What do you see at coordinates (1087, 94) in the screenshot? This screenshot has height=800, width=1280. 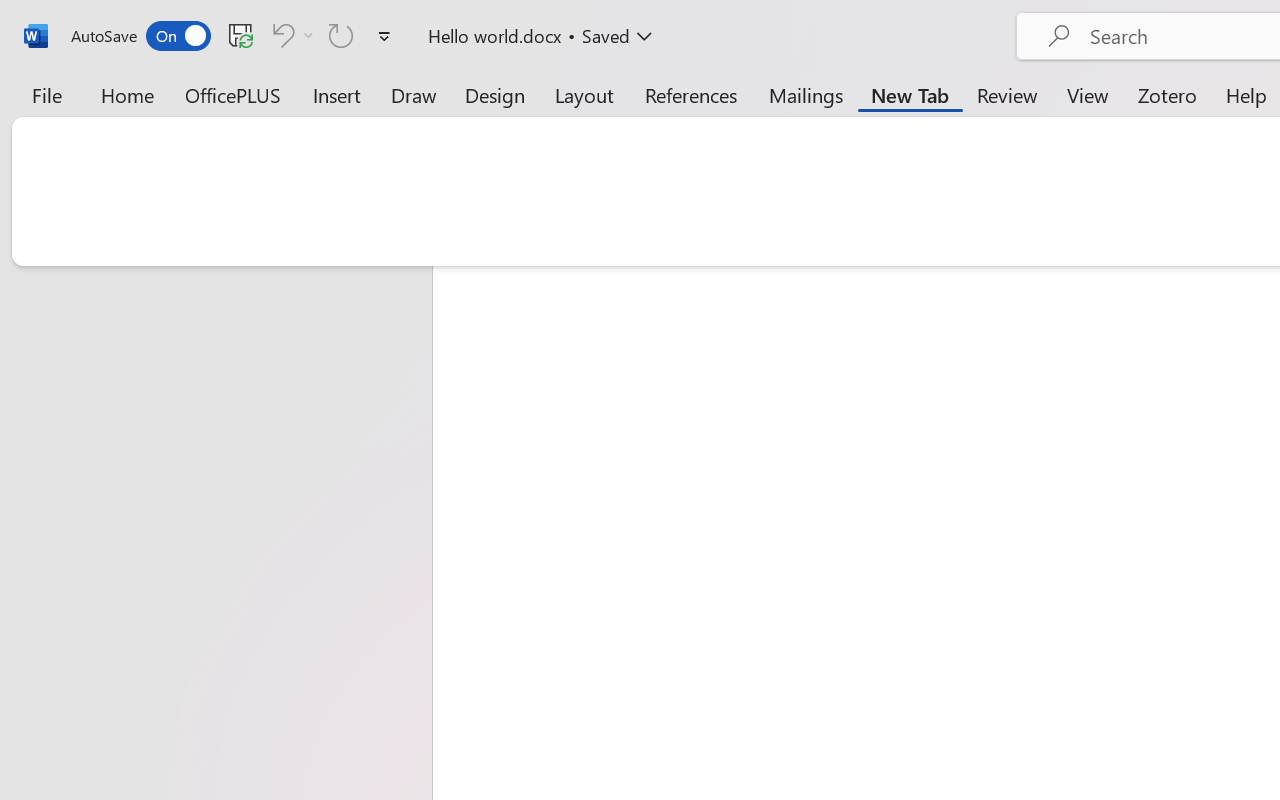 I see `'View'` at bounding box center [1087, 94].